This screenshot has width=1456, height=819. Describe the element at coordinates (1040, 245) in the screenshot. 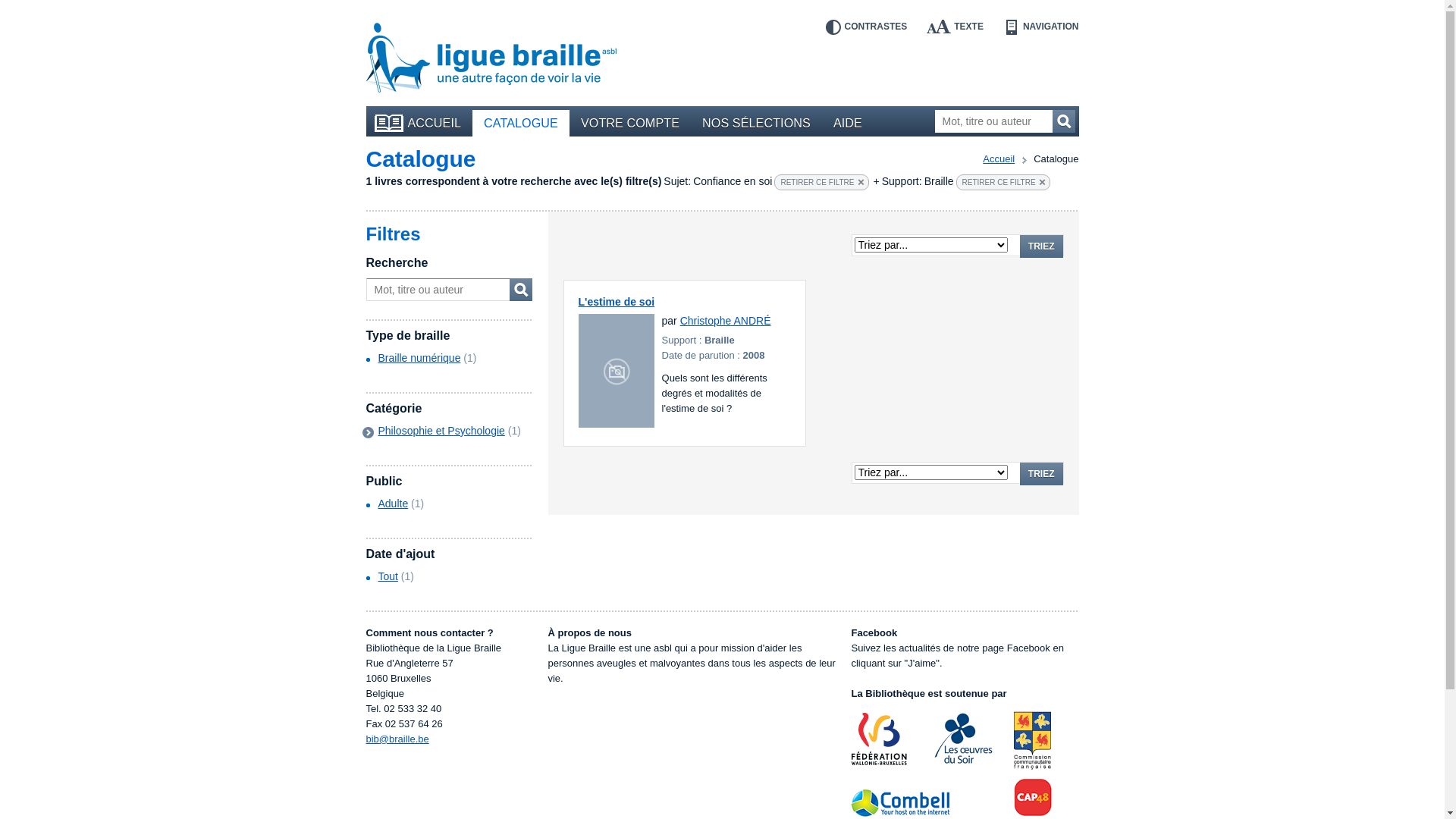

I see `'TRIEZ'` at that location.